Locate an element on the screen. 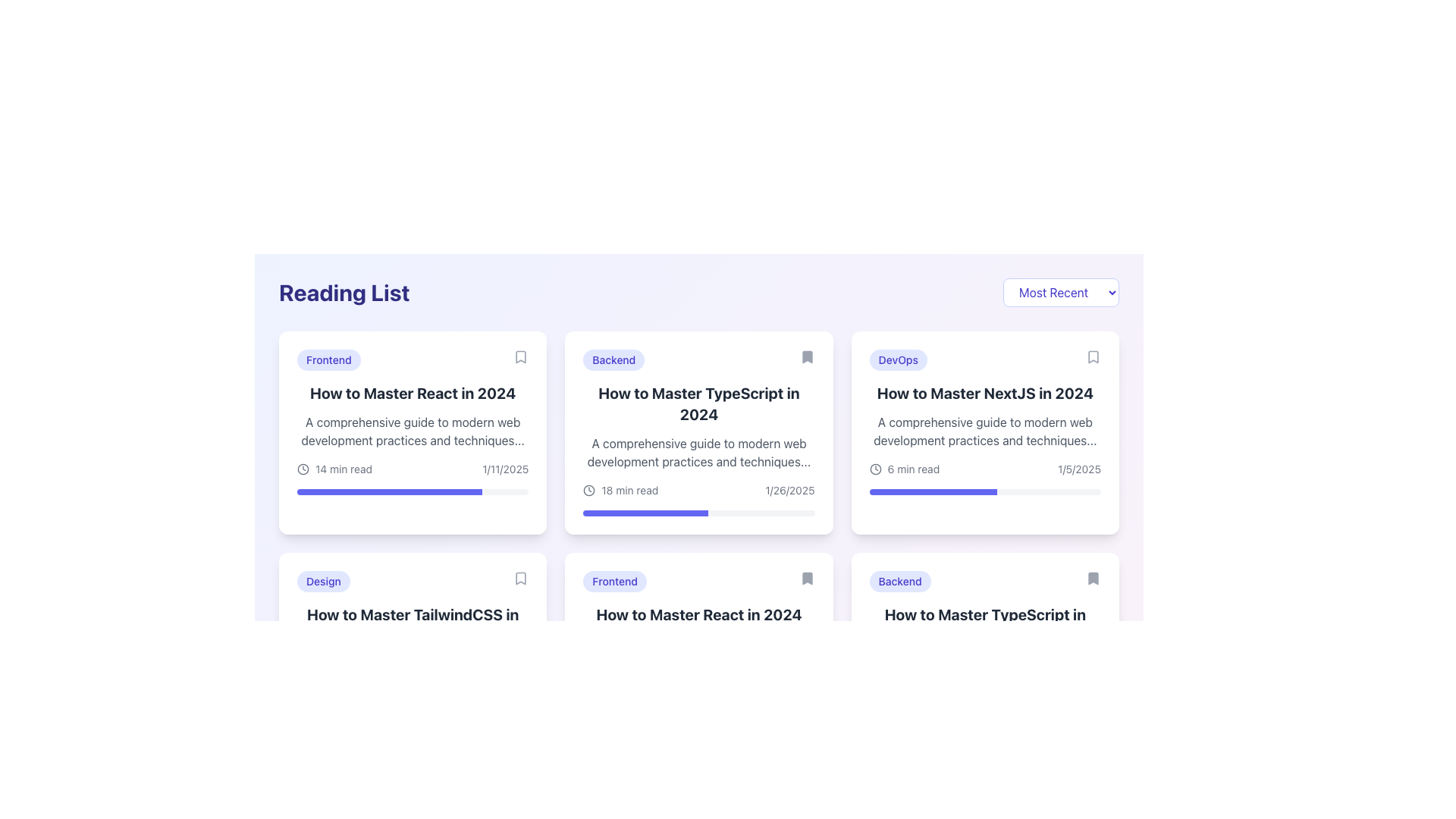 This screenshot has height=819, width=1456. the progress bar located at the bottom of the card titled 'How to Master React in 2024', which visually represents the completion percentage of a related task is located at coordinates (413, 491).